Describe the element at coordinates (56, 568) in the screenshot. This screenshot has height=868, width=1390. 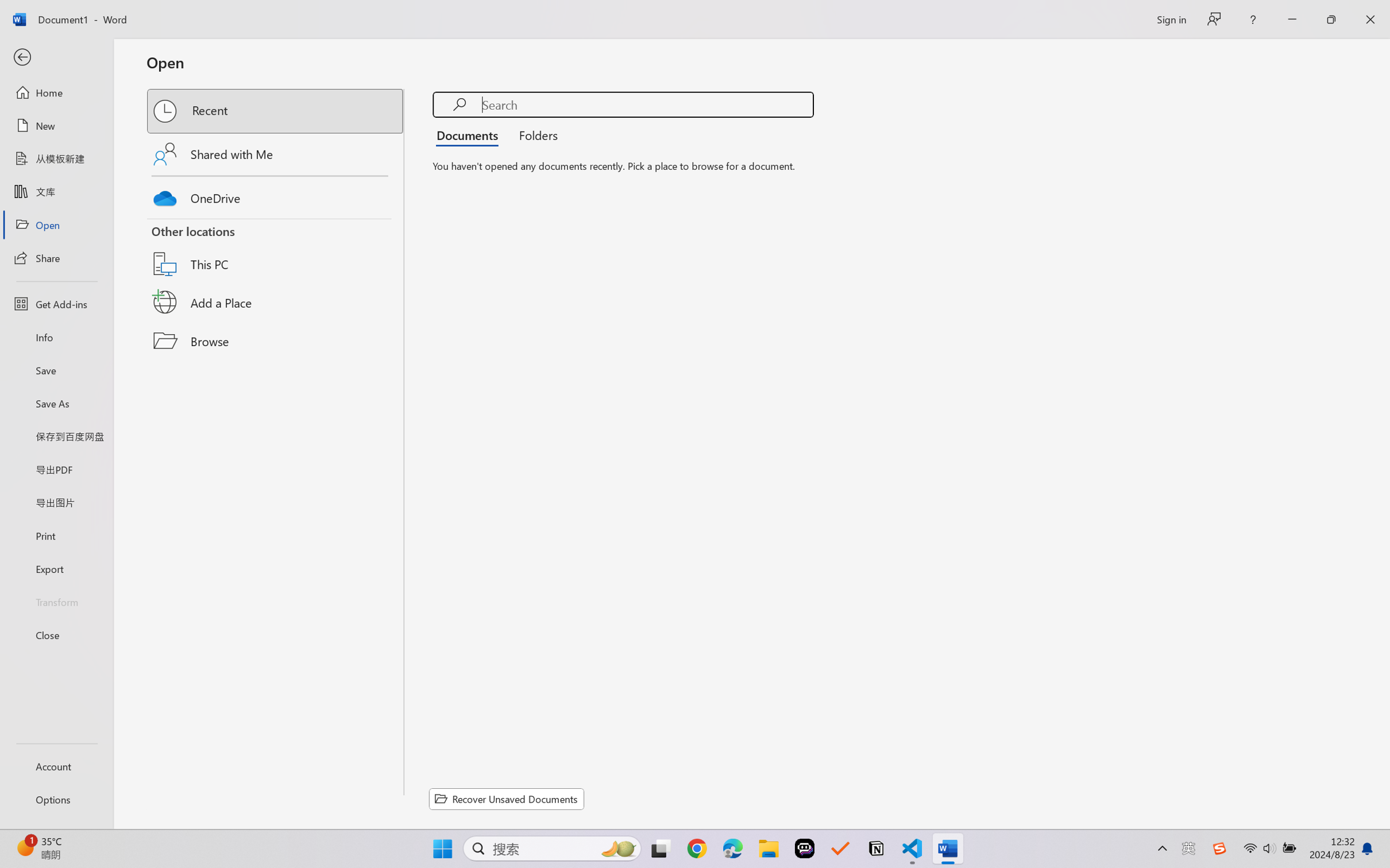
I see `'Export'` at that location.